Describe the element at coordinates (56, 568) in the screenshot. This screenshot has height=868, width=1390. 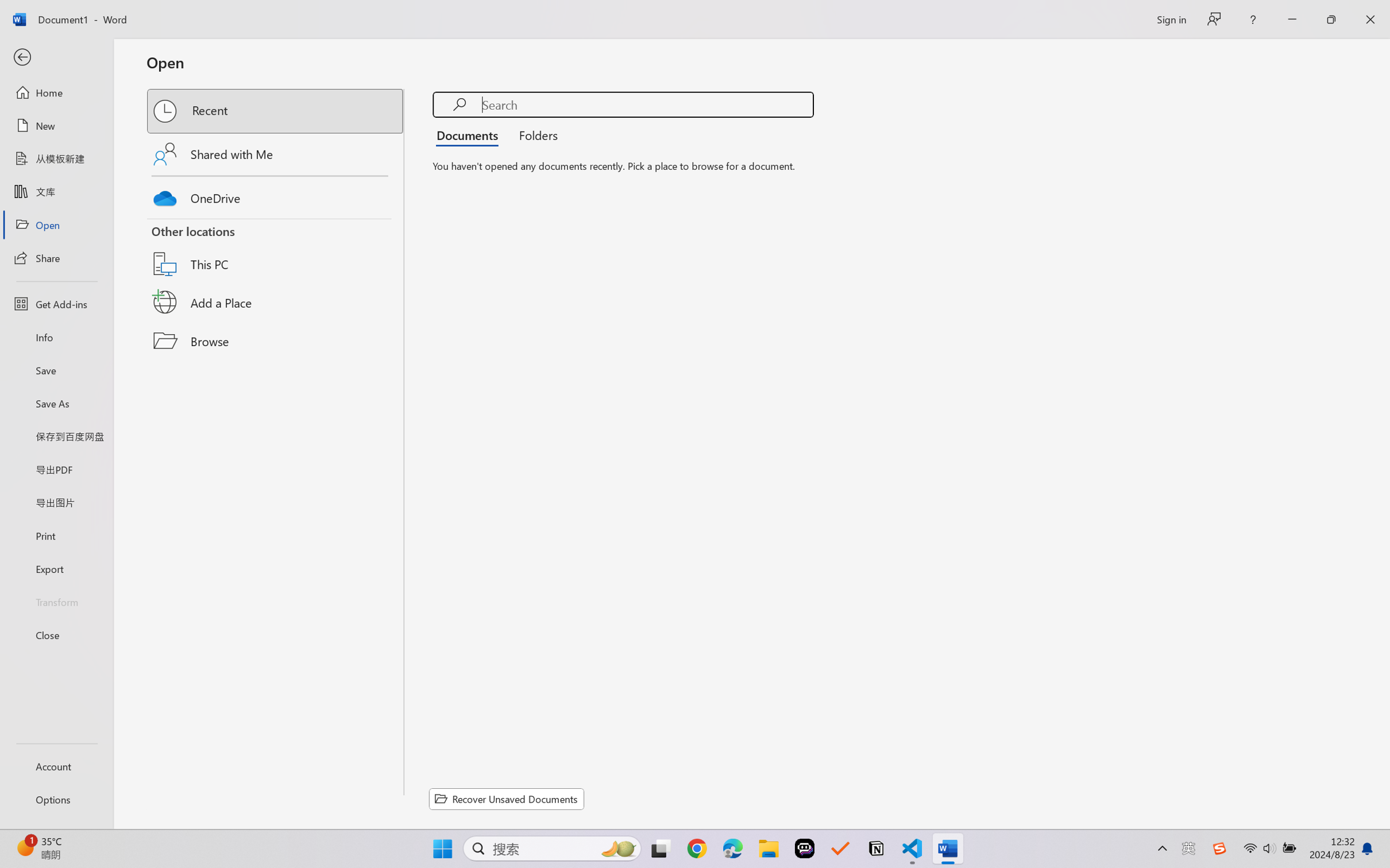
I see `'Export'` at that location.